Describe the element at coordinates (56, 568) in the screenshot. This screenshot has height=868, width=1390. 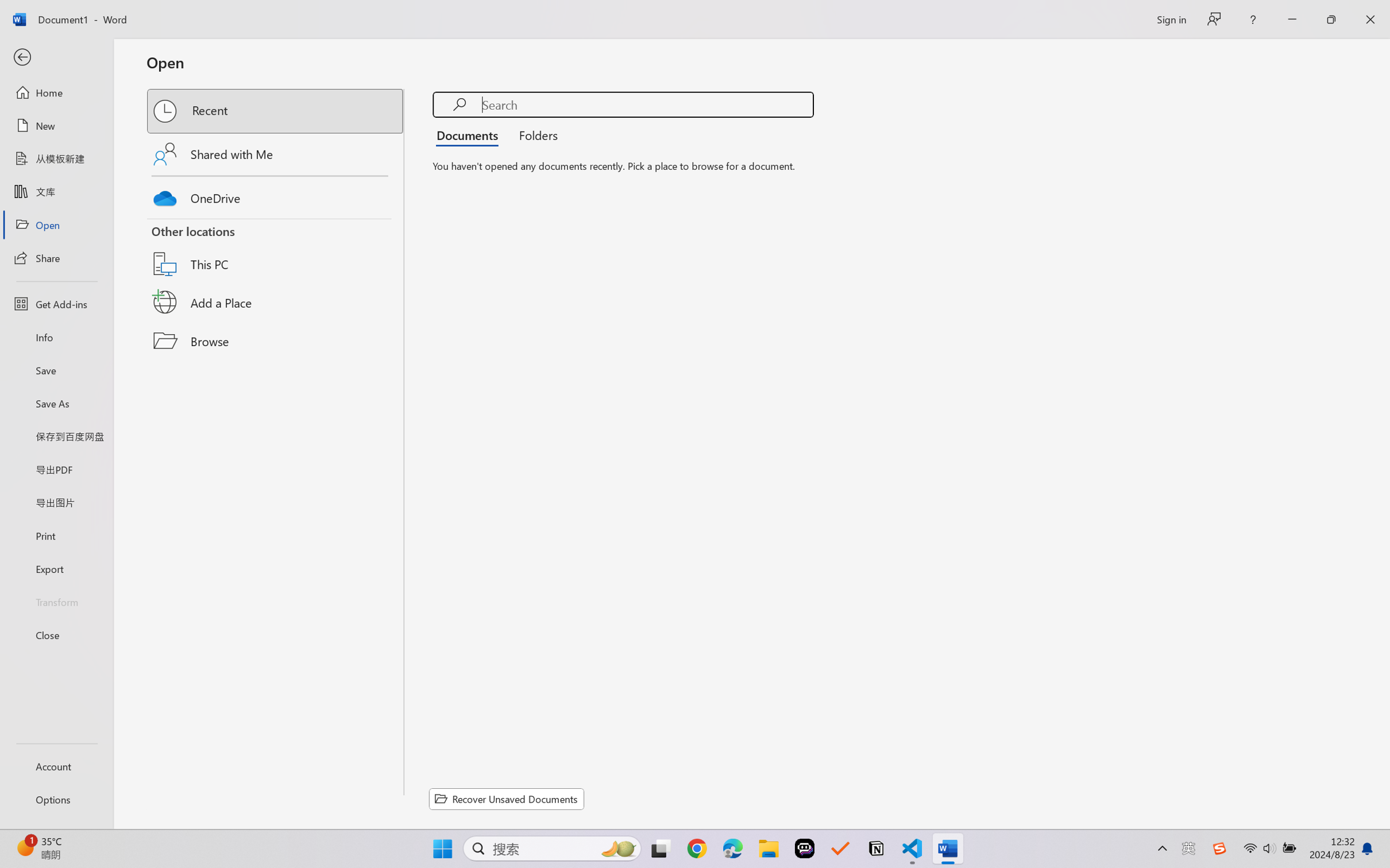
I see `'Export'` at that location.